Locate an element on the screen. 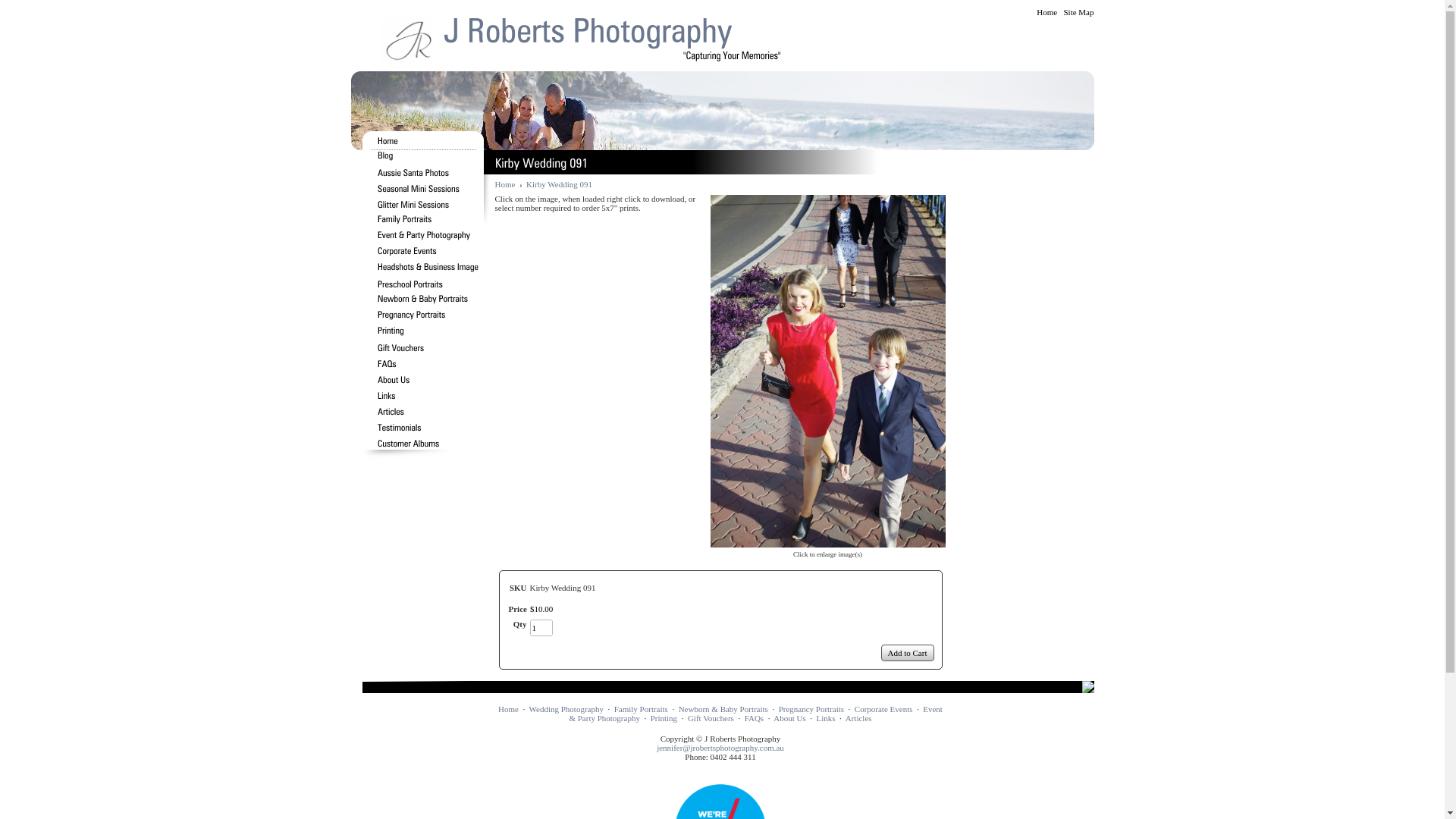  'Wedding Photography' is located at coordinates (566, 708).